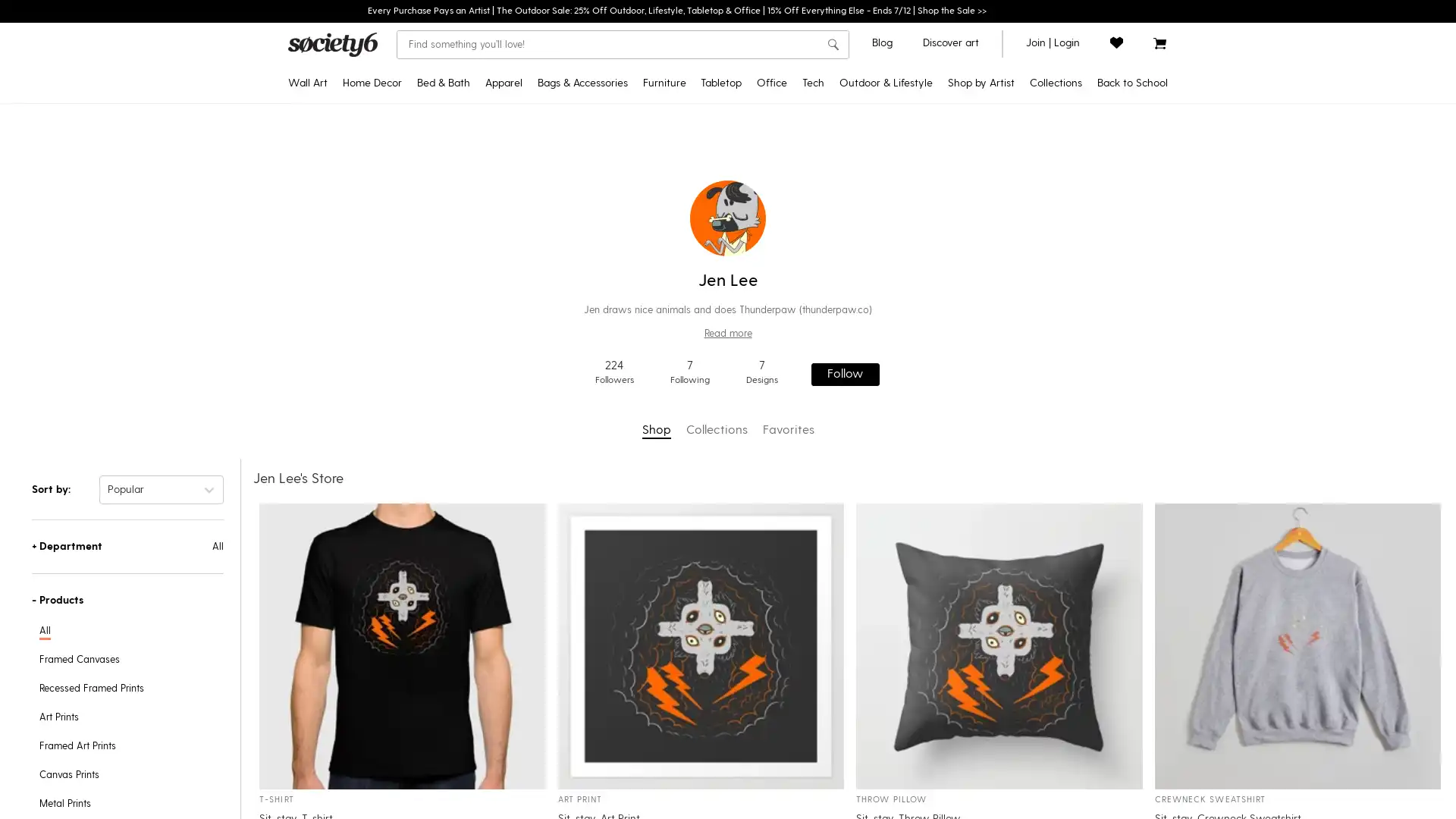  What do you see at coordinates (907, 244) in the screenshot?
I see `Outdoor Throw Pillows` at bounding box center [907, 244].